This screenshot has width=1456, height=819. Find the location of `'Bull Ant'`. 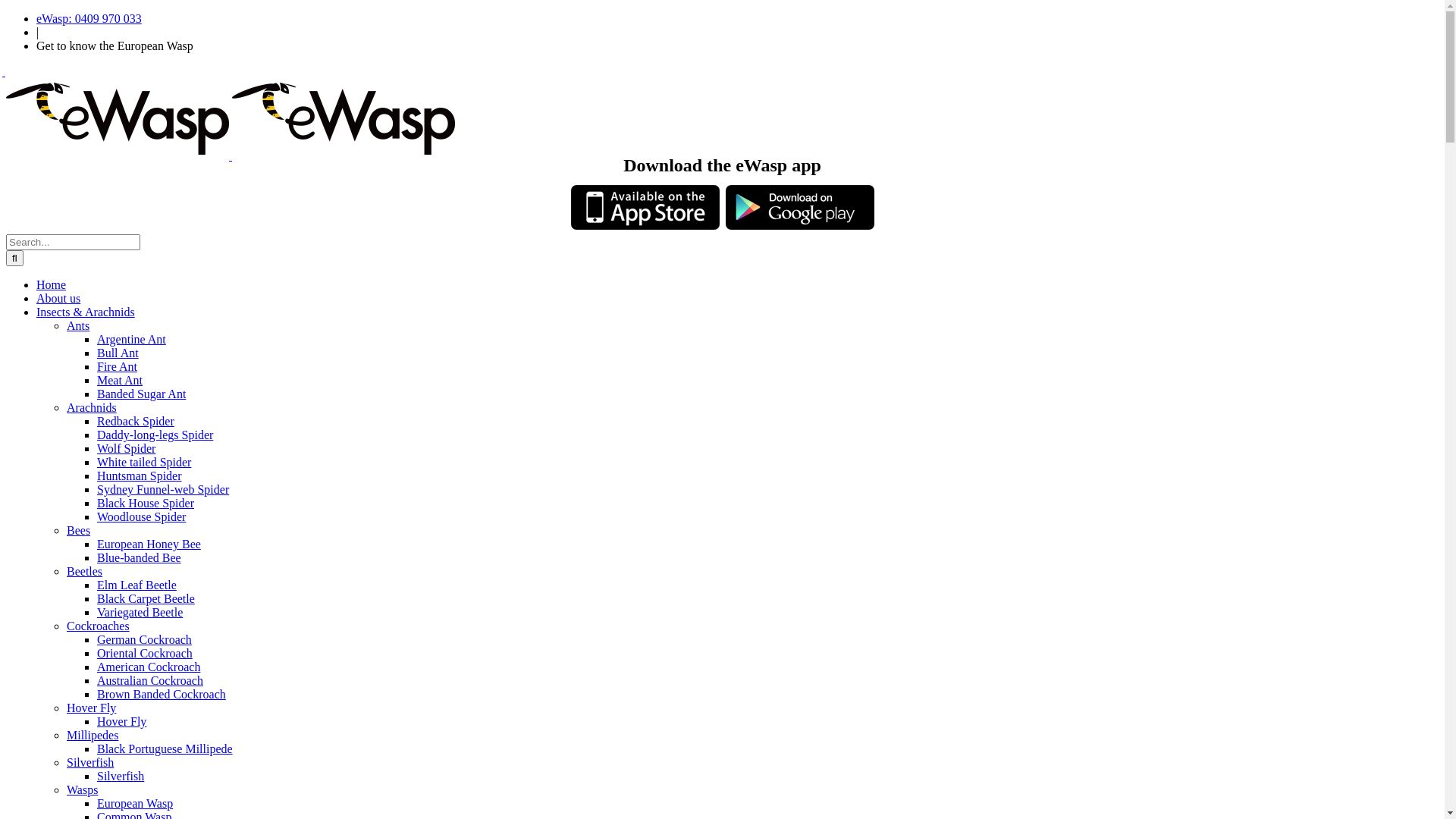

'Bull Ant' is located at coordinates (117, 353).